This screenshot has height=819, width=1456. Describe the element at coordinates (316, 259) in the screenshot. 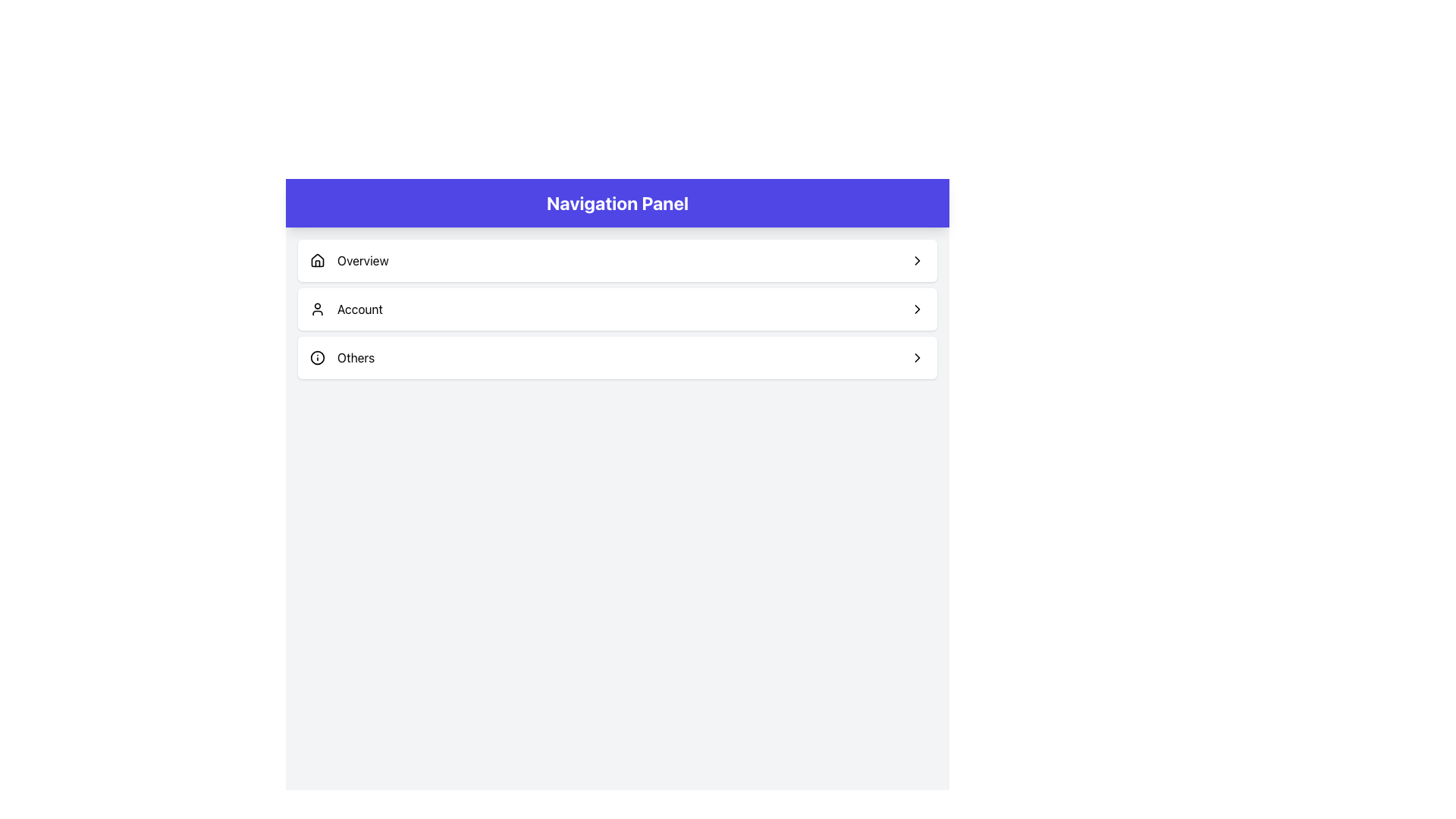

I see `the house icon located at the left of the 'Overview' list item in the navigation panel` at that location.